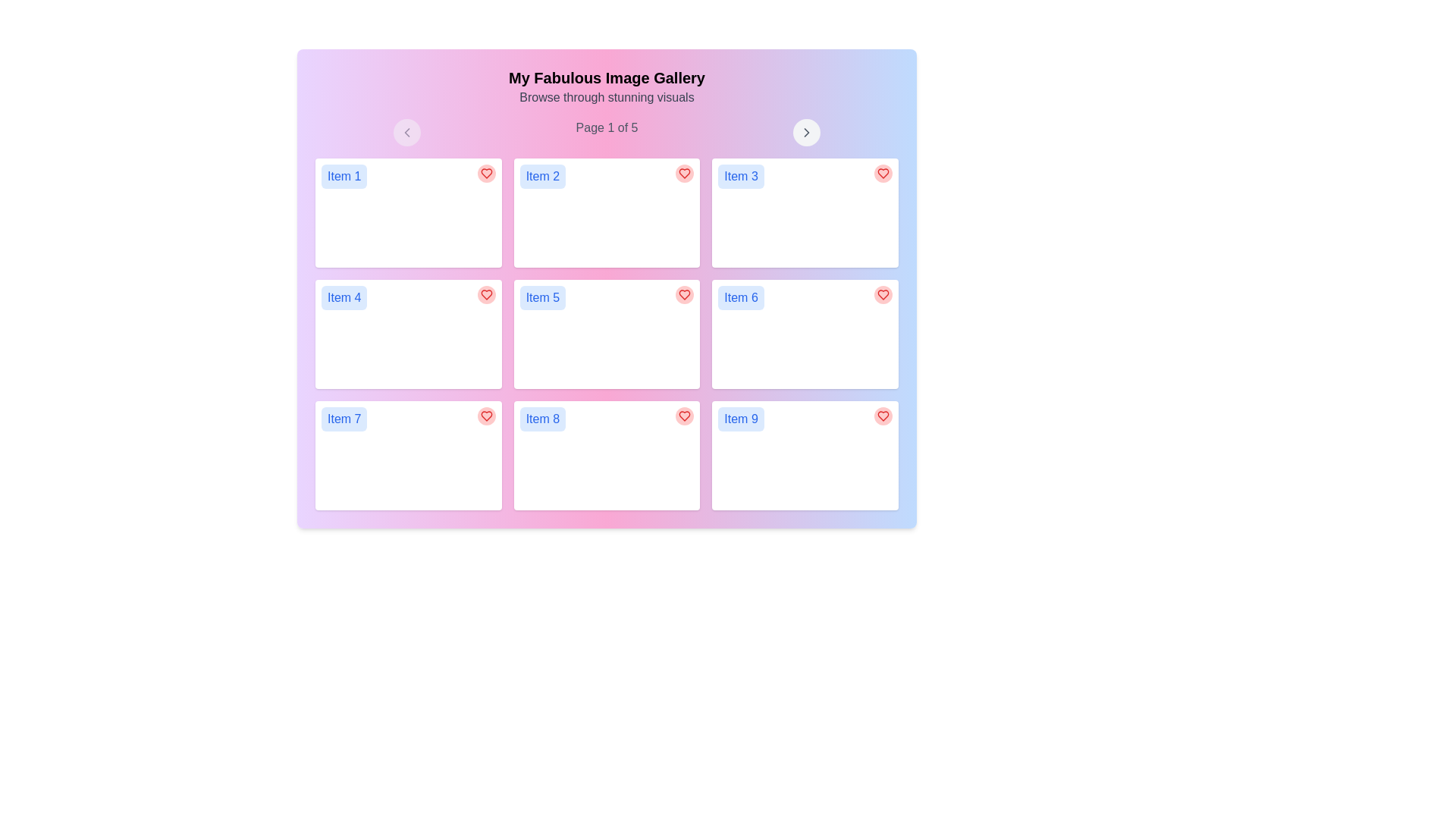 The width and height of the screenshot is (1456, 819). What do you see at coordinates (883, 295) in the screenshot?
I see `the 'like' or 'favorite' icon button located in the second row and third column of the 3x3 grid layout of cards` at bounding box center [883, 295].